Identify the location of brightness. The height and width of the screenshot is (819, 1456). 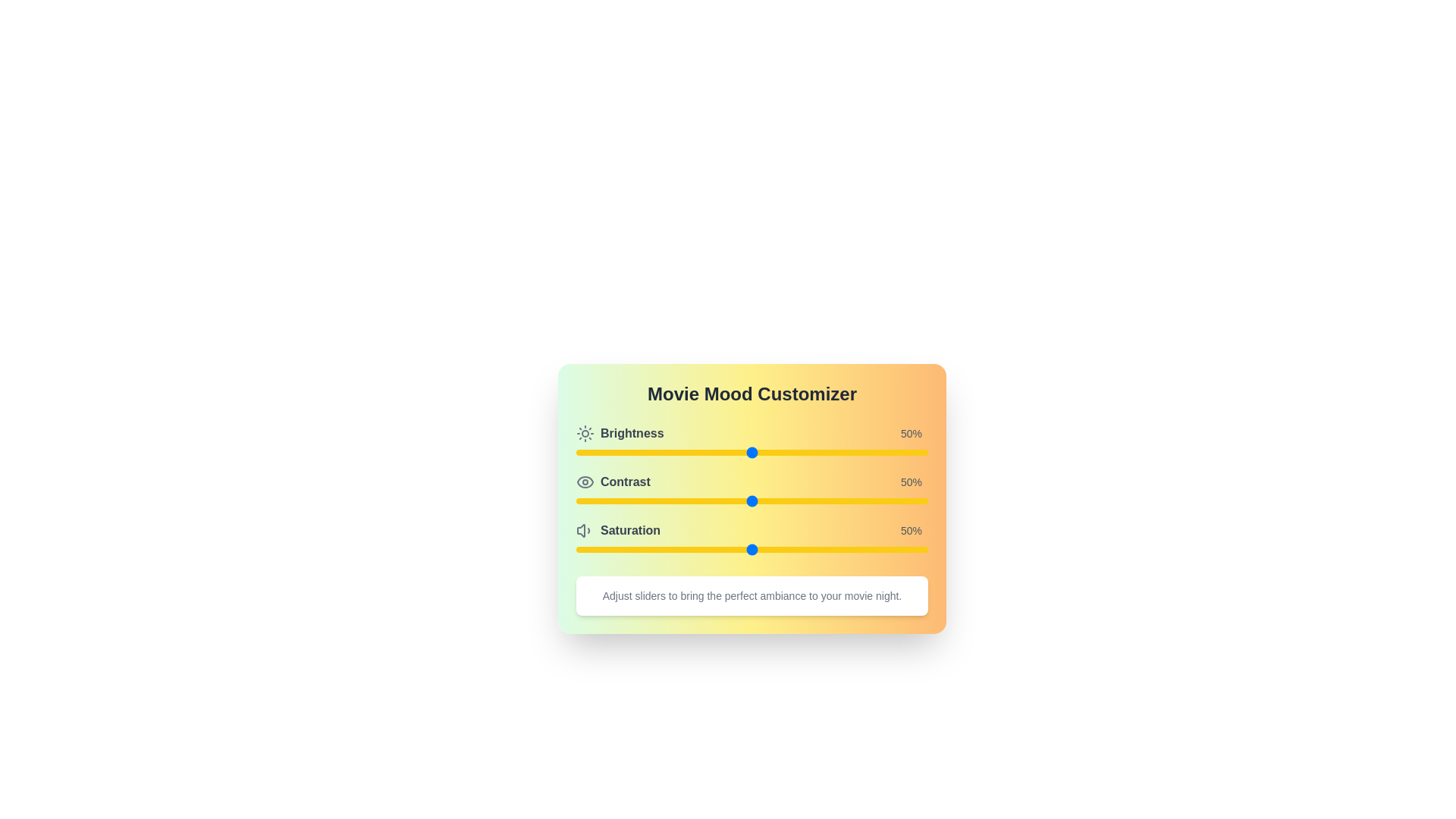
(886, 452).